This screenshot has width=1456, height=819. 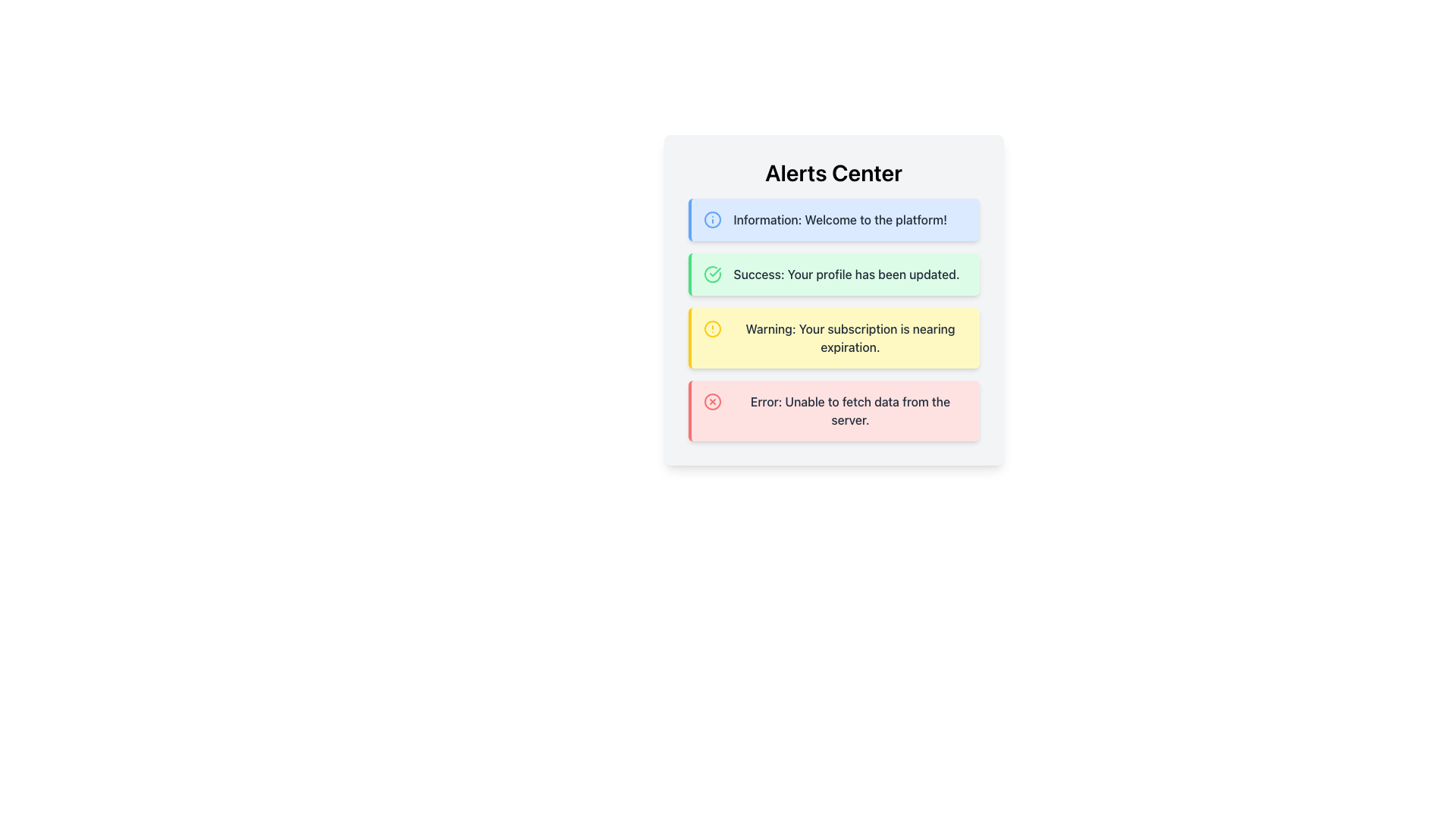 What do you see at coordinates (717, 400) in the screenshot?
I see `the error indicator icon located to the left of the fourth alert message in the 'Alerts Center' section that visually indicates an error or issue` at bounding box center [717, 400].